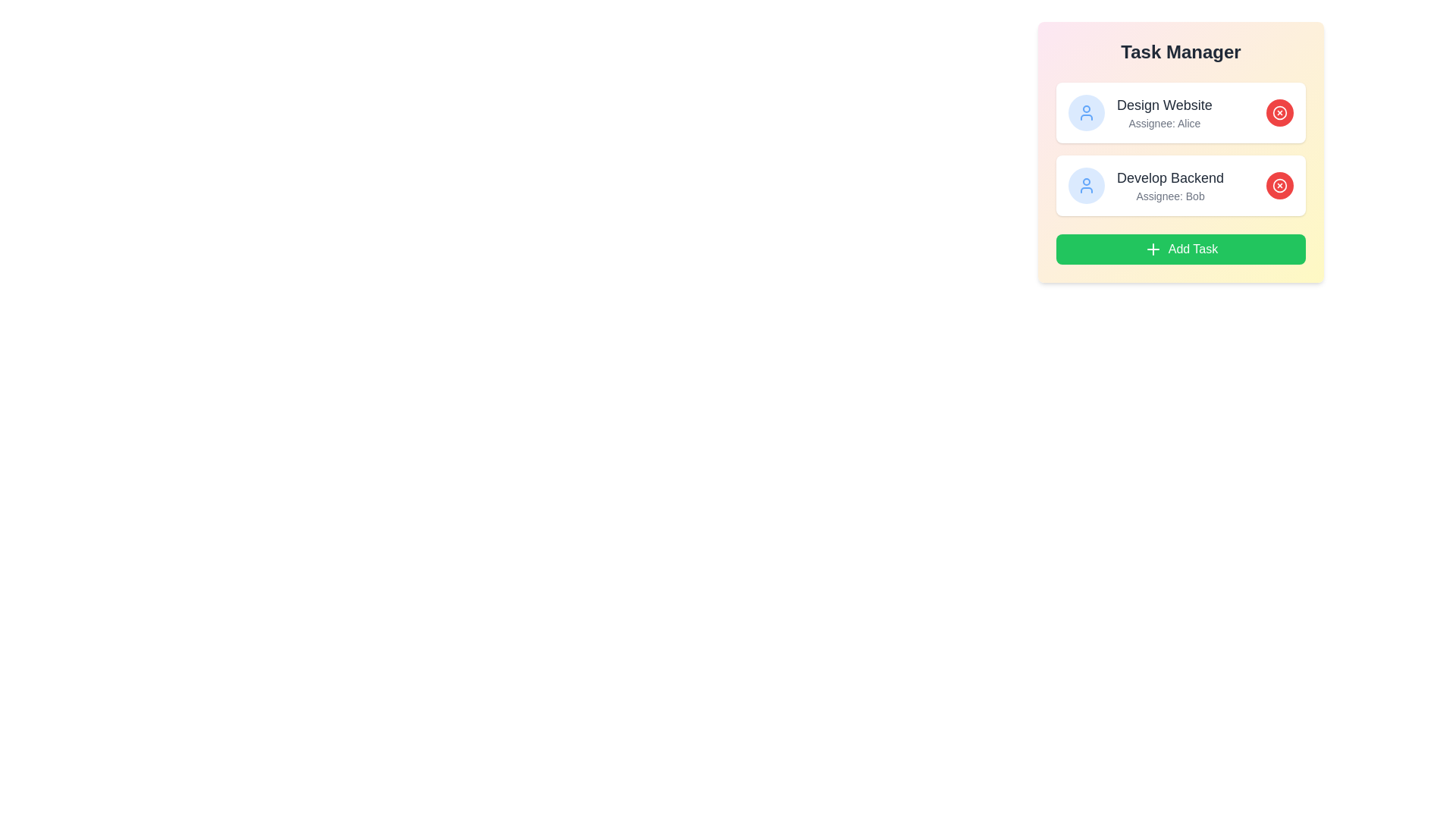 The height and width of the screenshot is (819, 1456). Describe the element at coordinates (1086, 185) in the screenshot. I see `the circular icon representing the user associated with the 'Develop Backend' task, located at the left side of the task card, above the text 'Assignee: Bob'` at that location.